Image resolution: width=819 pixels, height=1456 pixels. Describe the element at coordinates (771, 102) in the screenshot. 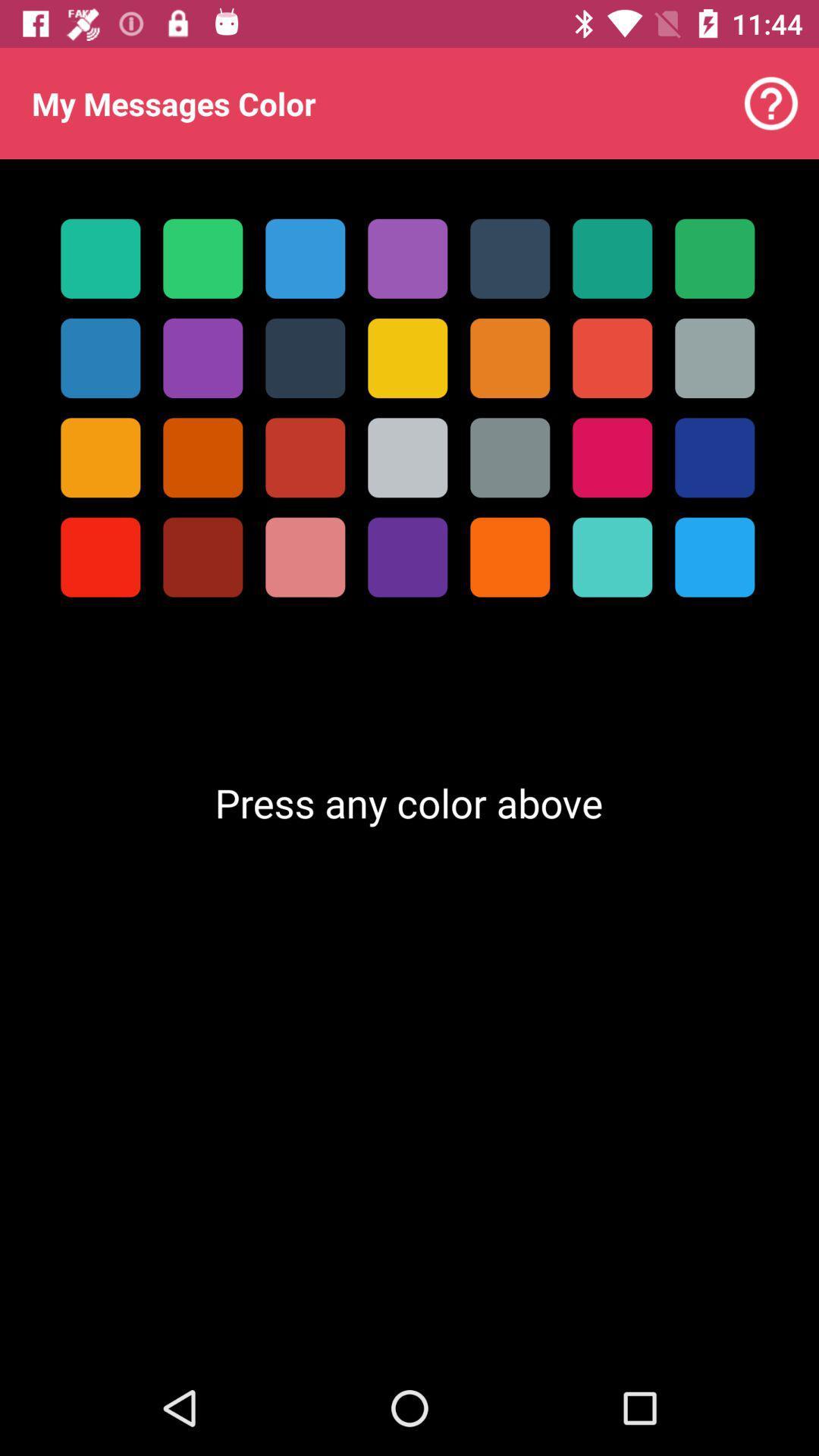

I see `icon to the right of the my messages color` at that location.